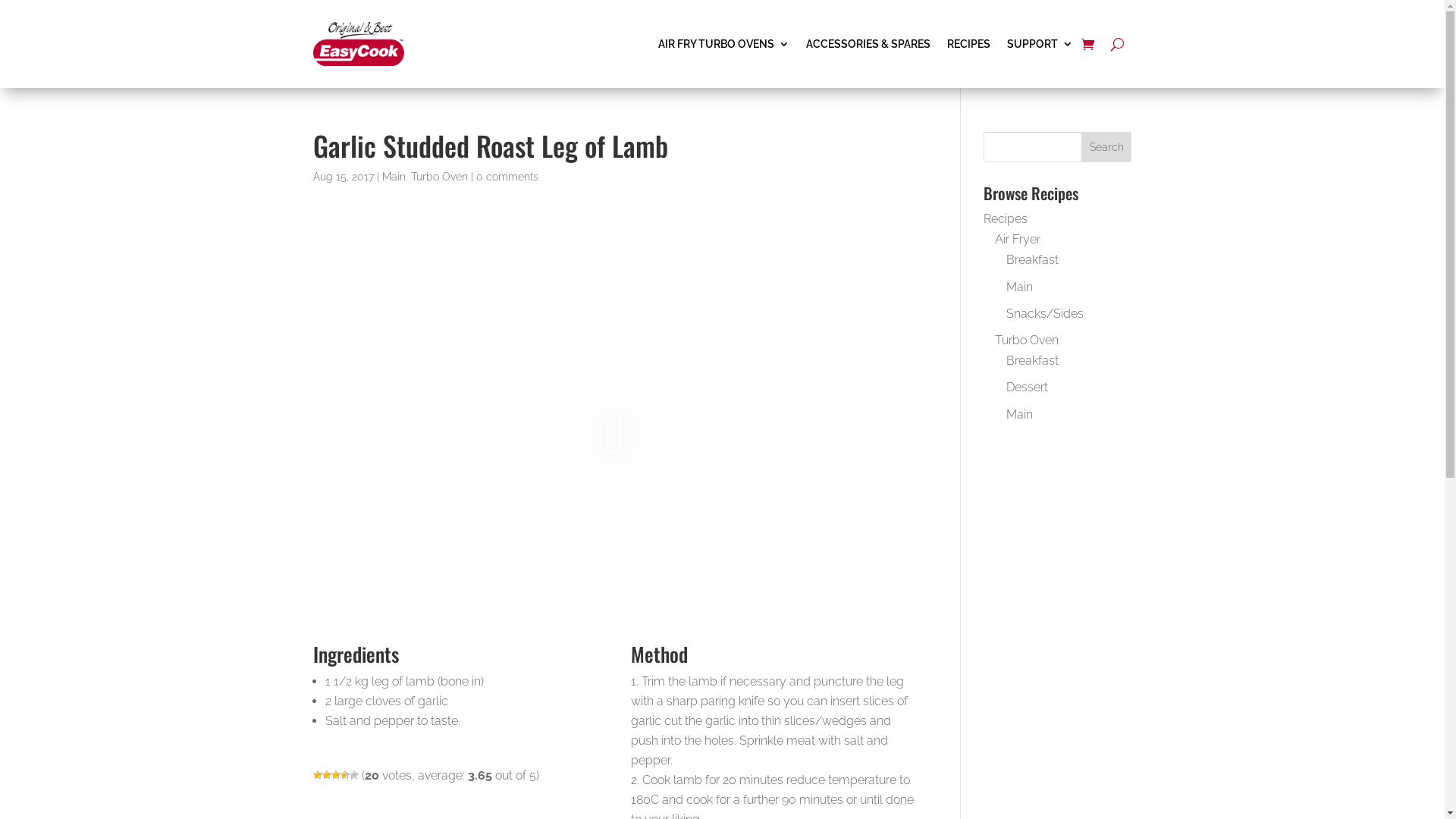 The height and width of the screenshot is (819, 1456). I want to click on '5 Stars', so click(352, 775).